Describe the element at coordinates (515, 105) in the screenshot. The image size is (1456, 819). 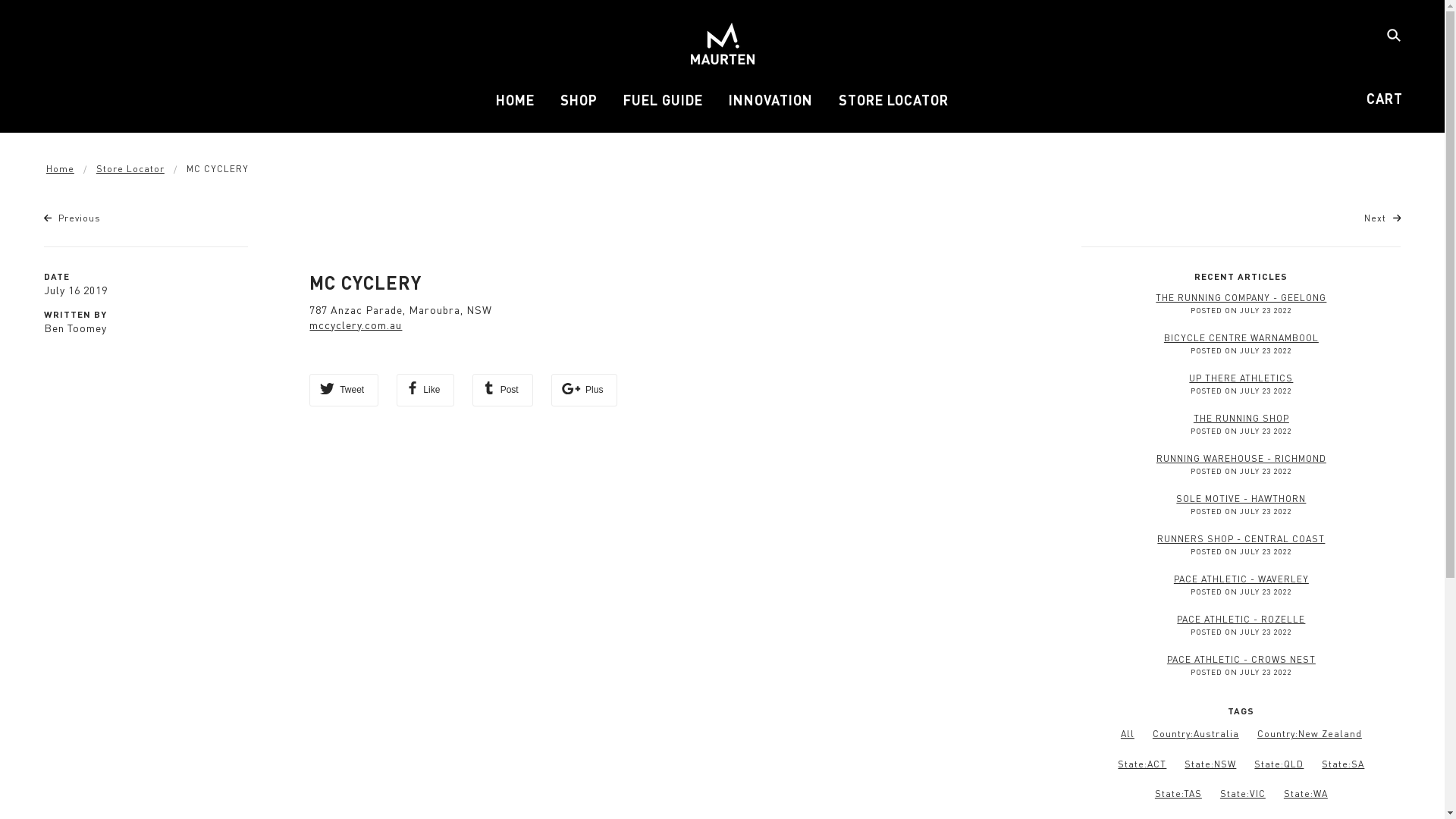
I see `'HOME'` at that location.